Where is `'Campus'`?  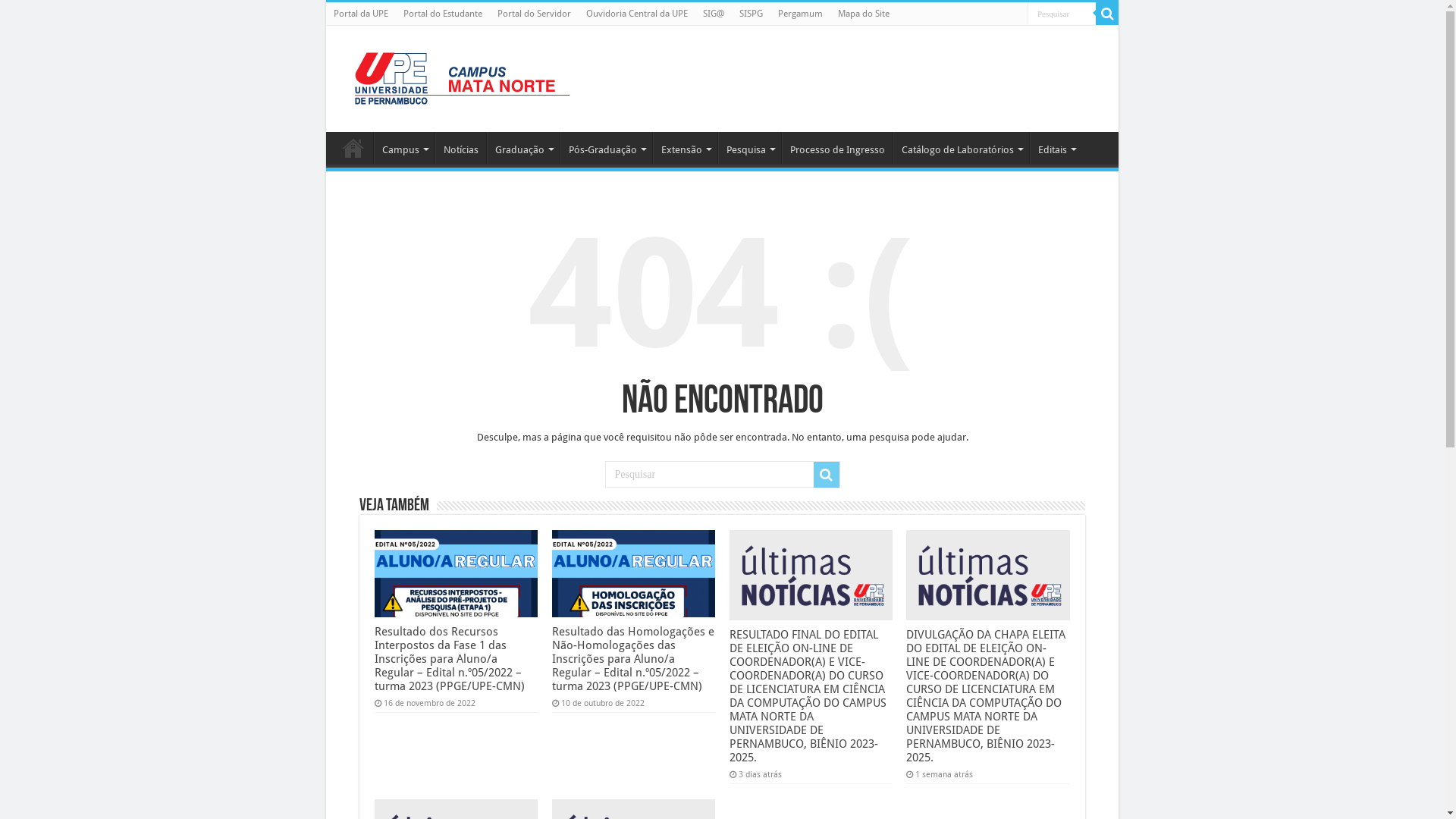 'Campus' is located at coordinates (374, 148).